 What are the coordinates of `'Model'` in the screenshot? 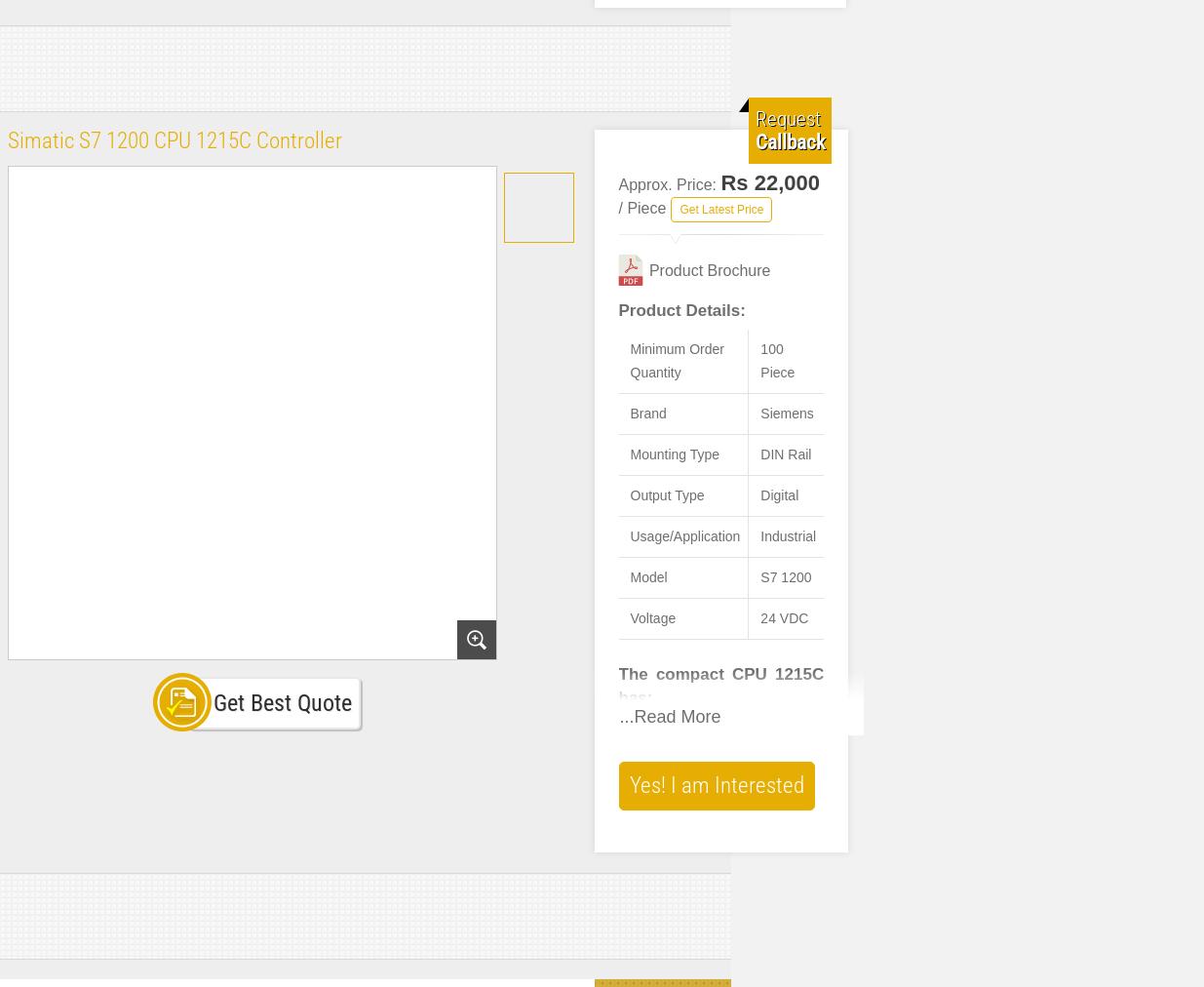 It's located at (630, 576).